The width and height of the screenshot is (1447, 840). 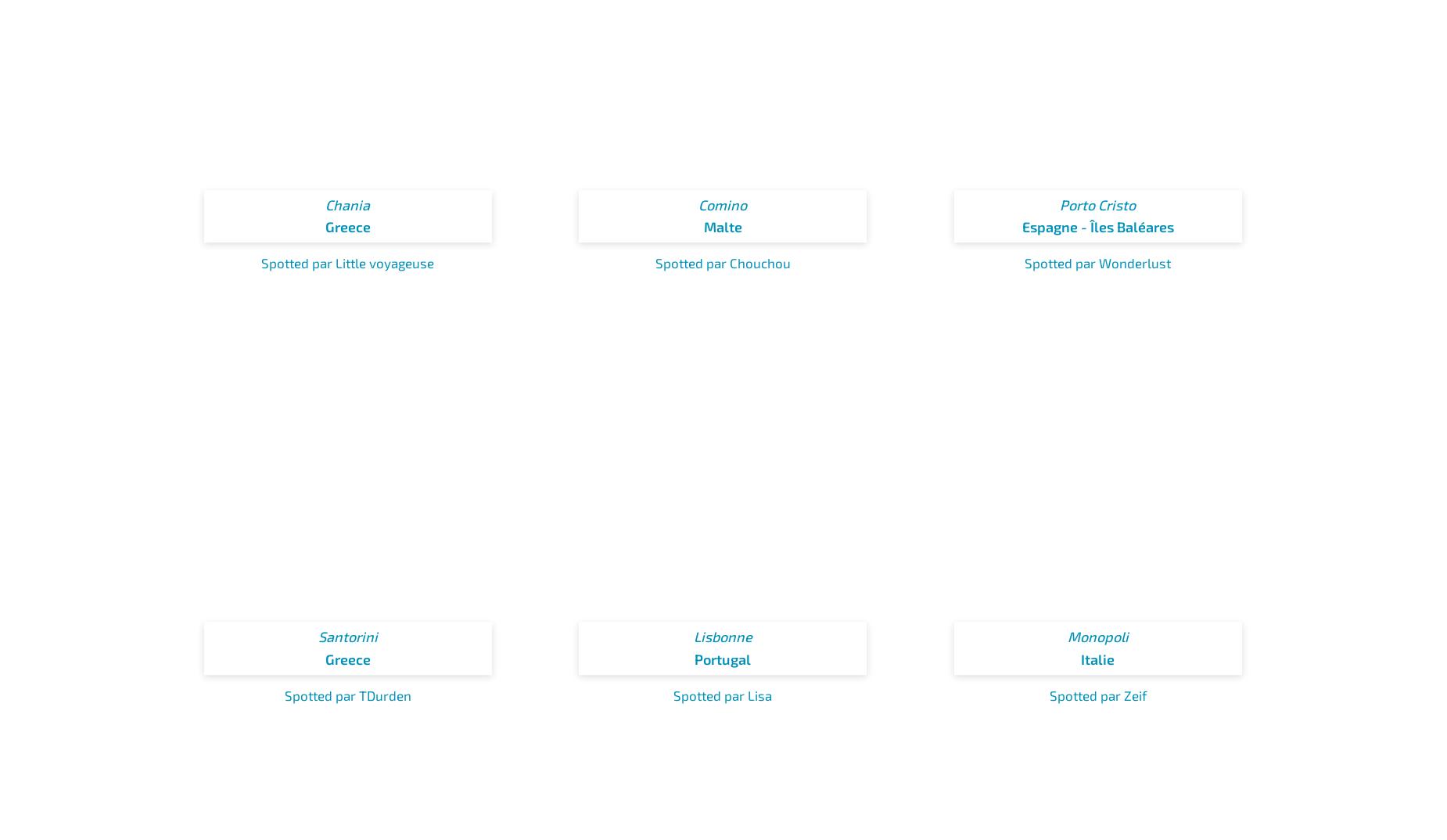 What do you see at coordinates (695, 659) in the screenshot?
I see `'Portugal'` at bounding box center [695, 659].